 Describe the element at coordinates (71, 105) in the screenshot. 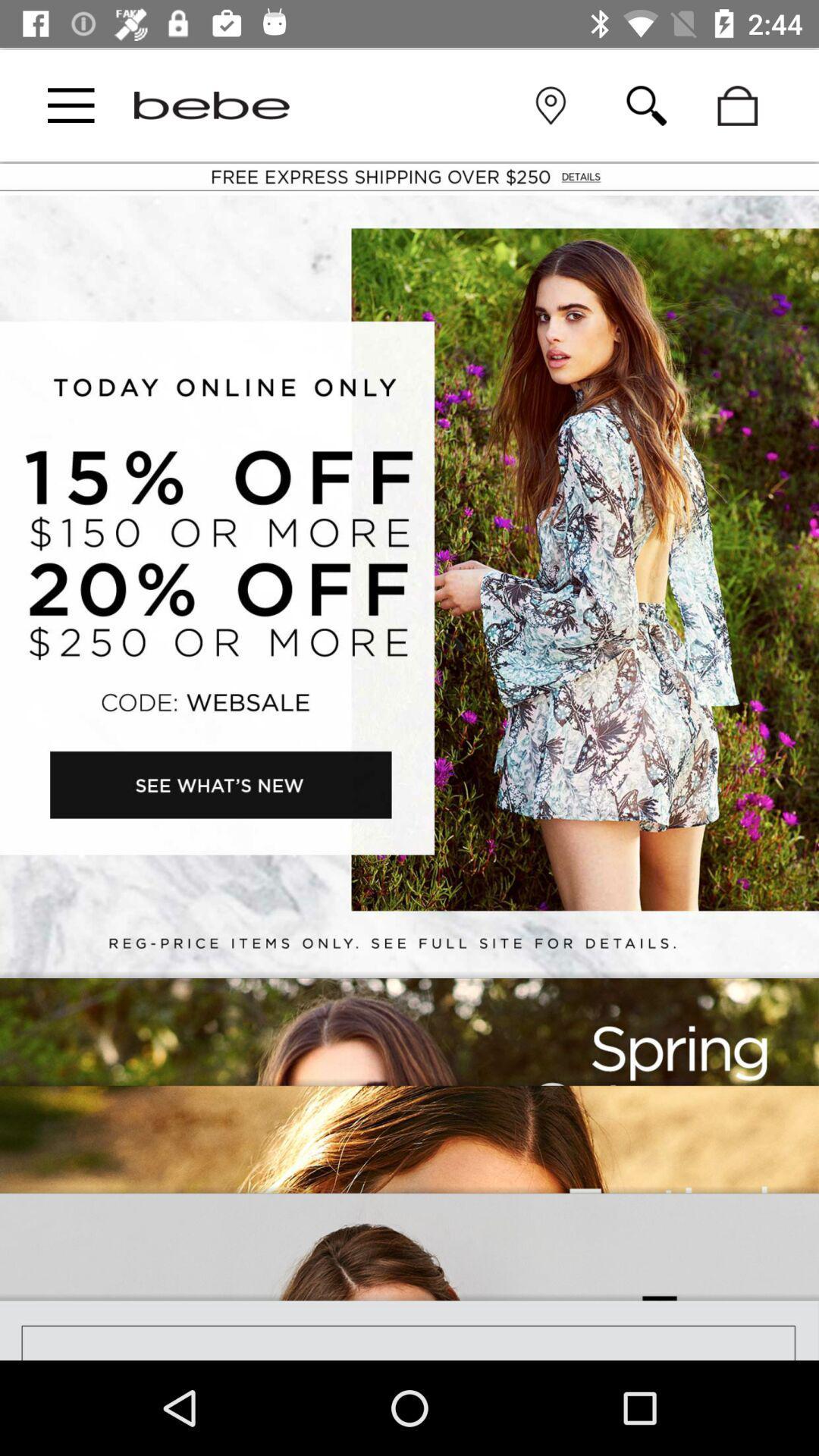

I see `open menu` at that location.